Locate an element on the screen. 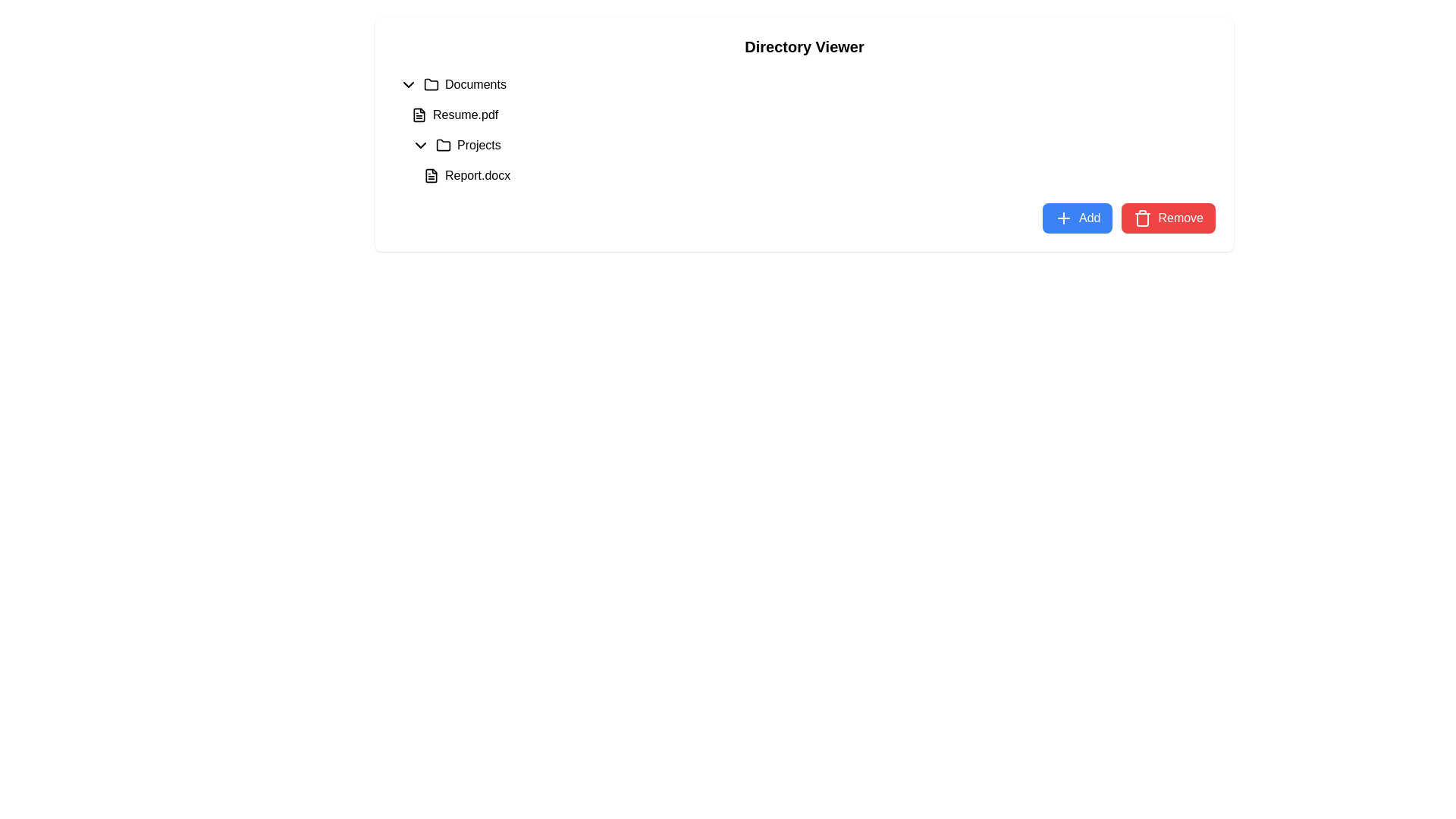  the text label indicating the file named 'Resume.pdf' in the file directory viewer is located at coordinates (465, 114).